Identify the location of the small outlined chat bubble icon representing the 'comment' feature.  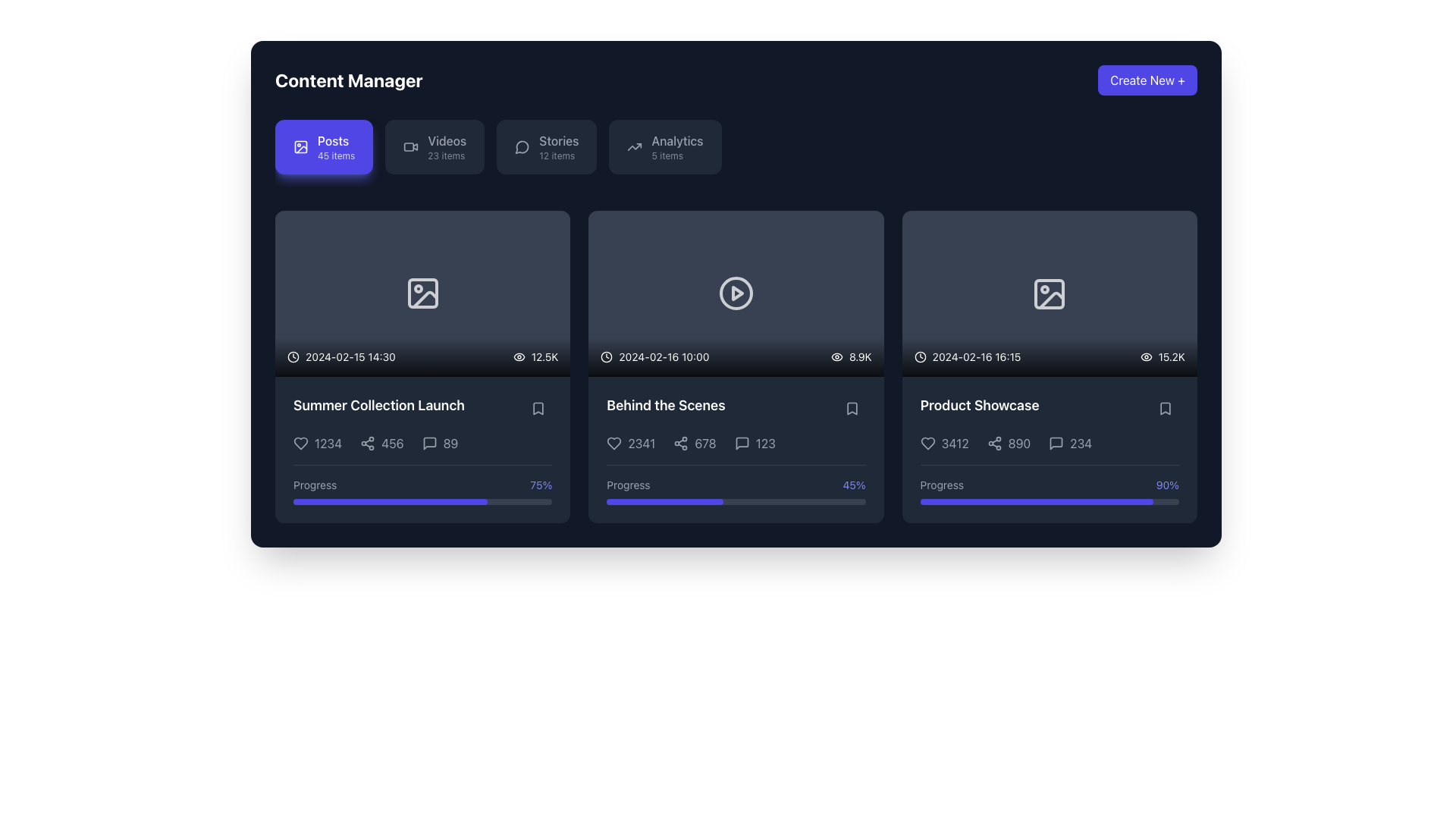
(1056, 444).